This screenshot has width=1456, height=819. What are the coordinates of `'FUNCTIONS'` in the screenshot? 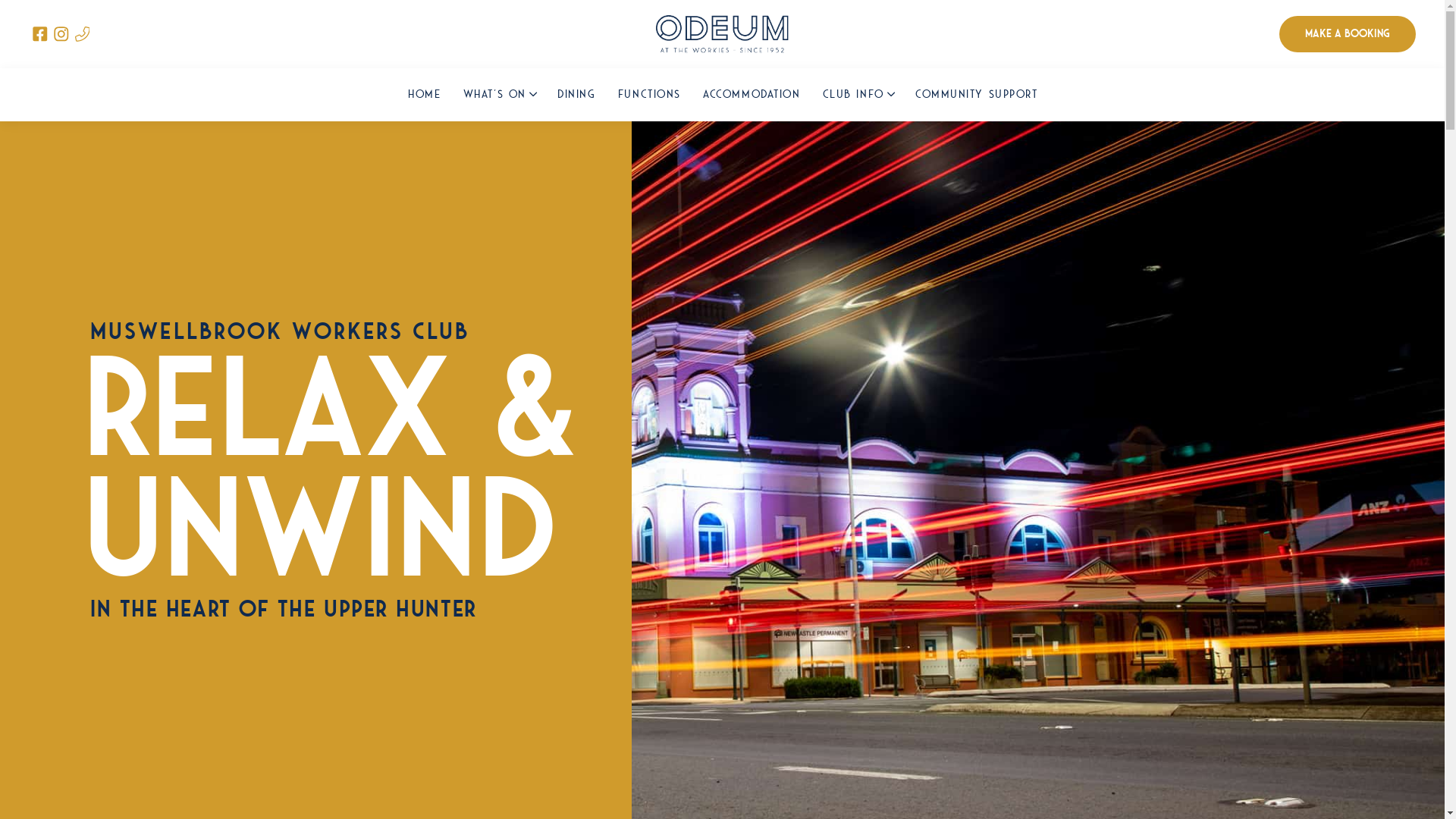 It's located at (604, 94).